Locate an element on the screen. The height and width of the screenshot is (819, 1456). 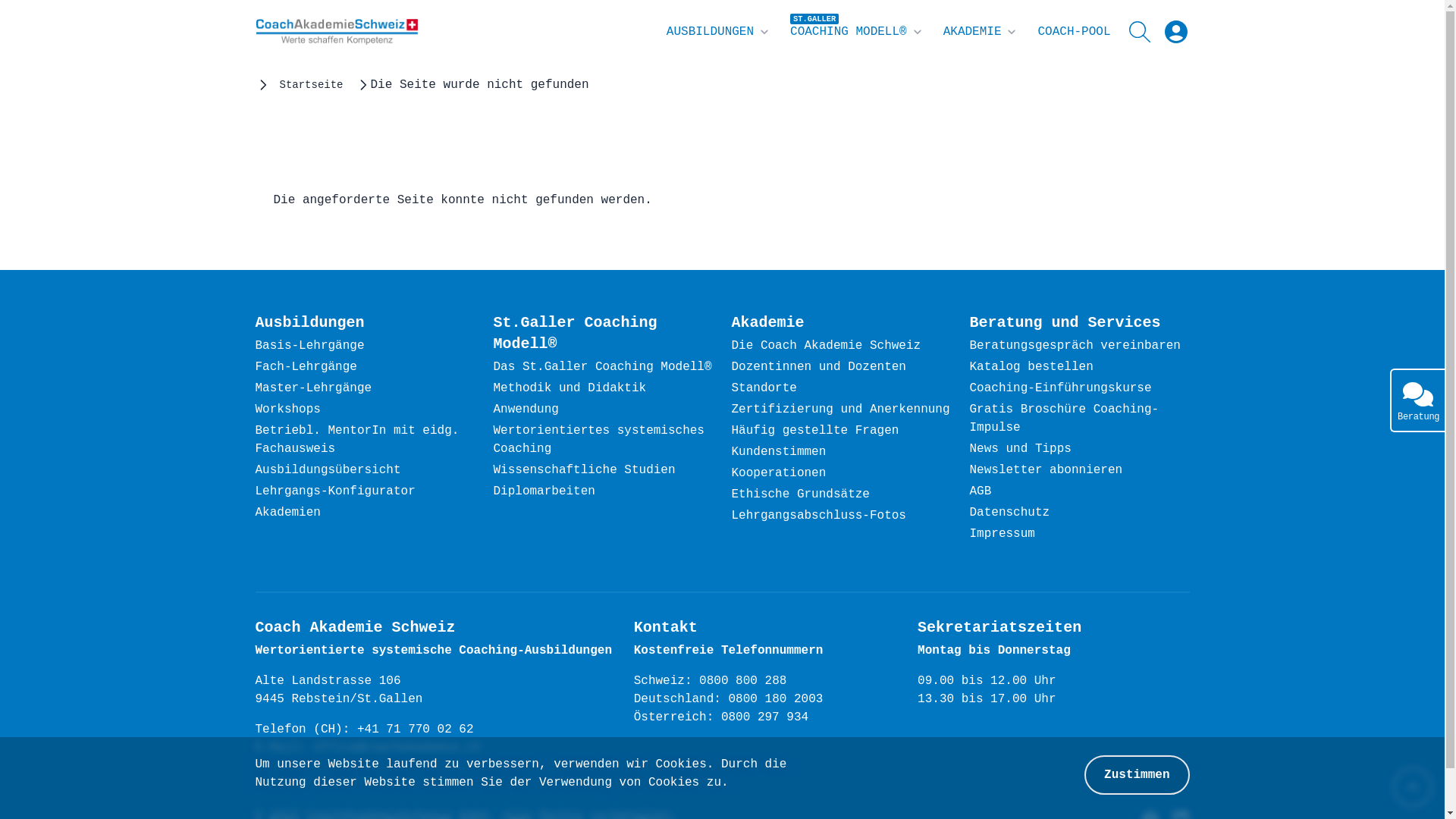
'Beratung' is located at coordinates (1416, 400).